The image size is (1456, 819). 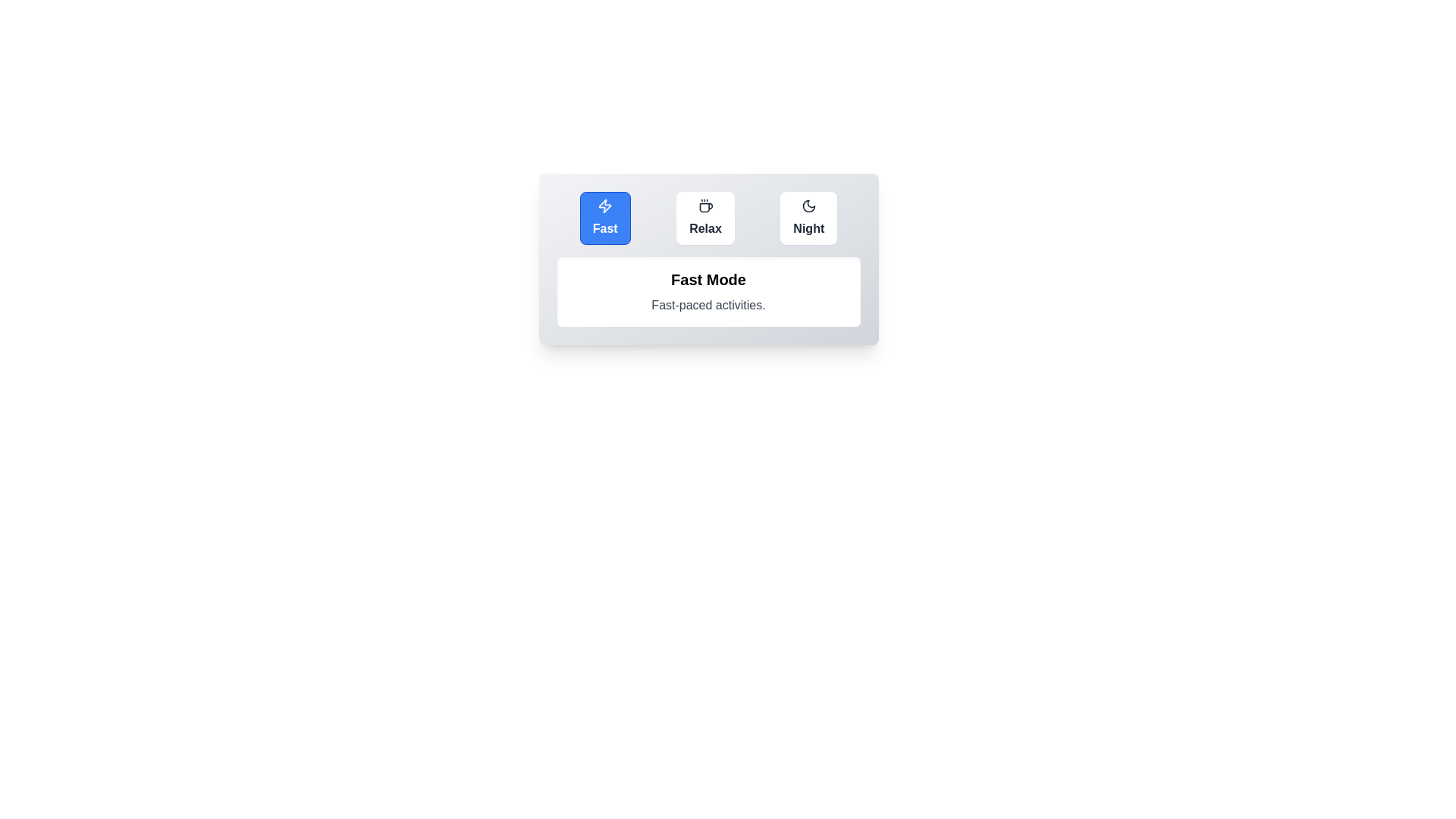 I want to click on Text label displaying 'Relax' that is styled in bold font and is located under the coffee cup icon, centered within the second selectable option box, so click(x=704, y=228).